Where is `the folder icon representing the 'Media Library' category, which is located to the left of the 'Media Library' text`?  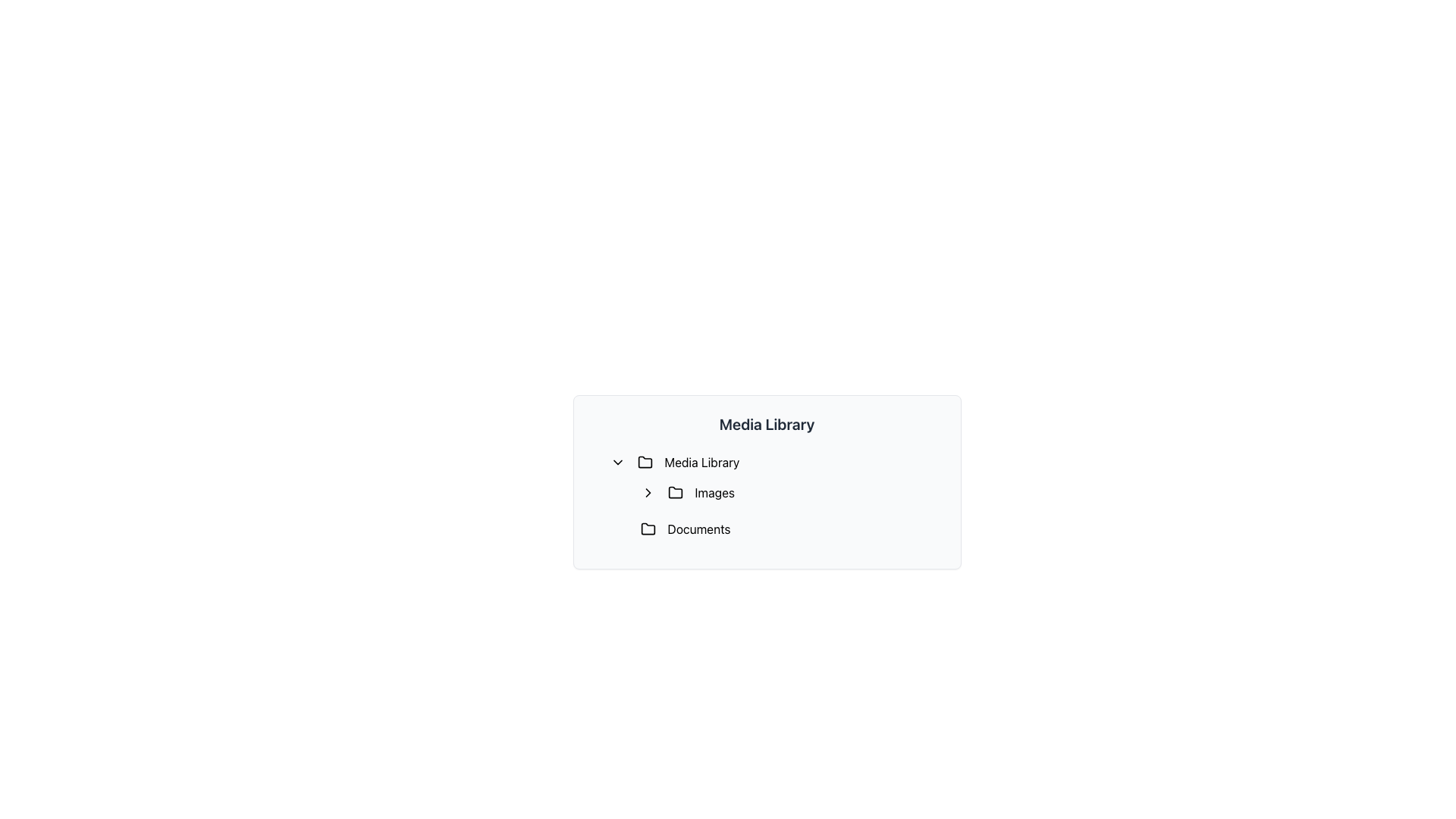 the folder icon representing the 'Media Library' category, which is located to the left of the 'Media Library' text is located at coordinates (645, 461).